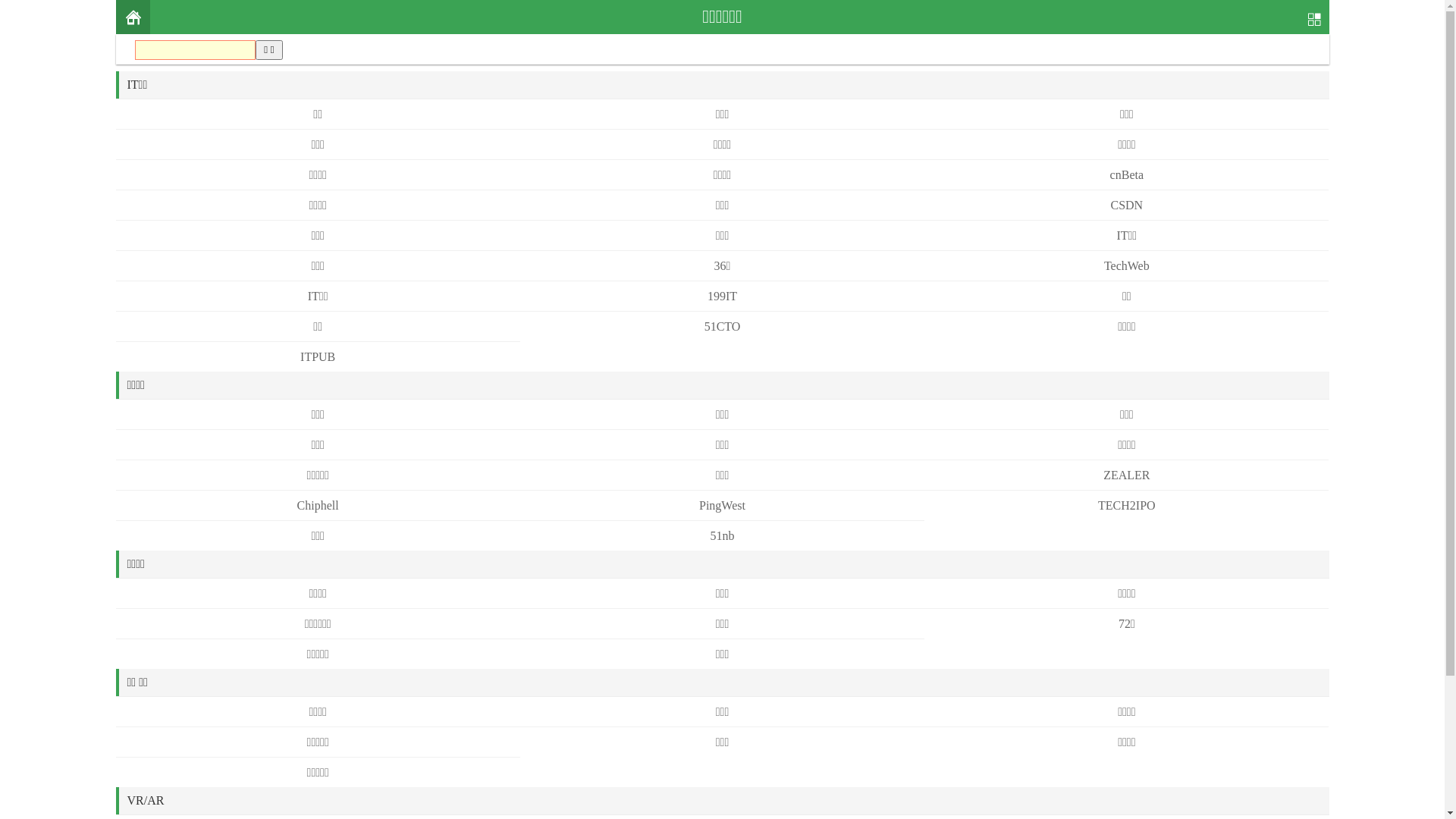 The image size is (1456, 819). What do you see at coordinates (316, 356) in the screenshot?
I see `'ITPUB'` at bounding box center [316, 356].